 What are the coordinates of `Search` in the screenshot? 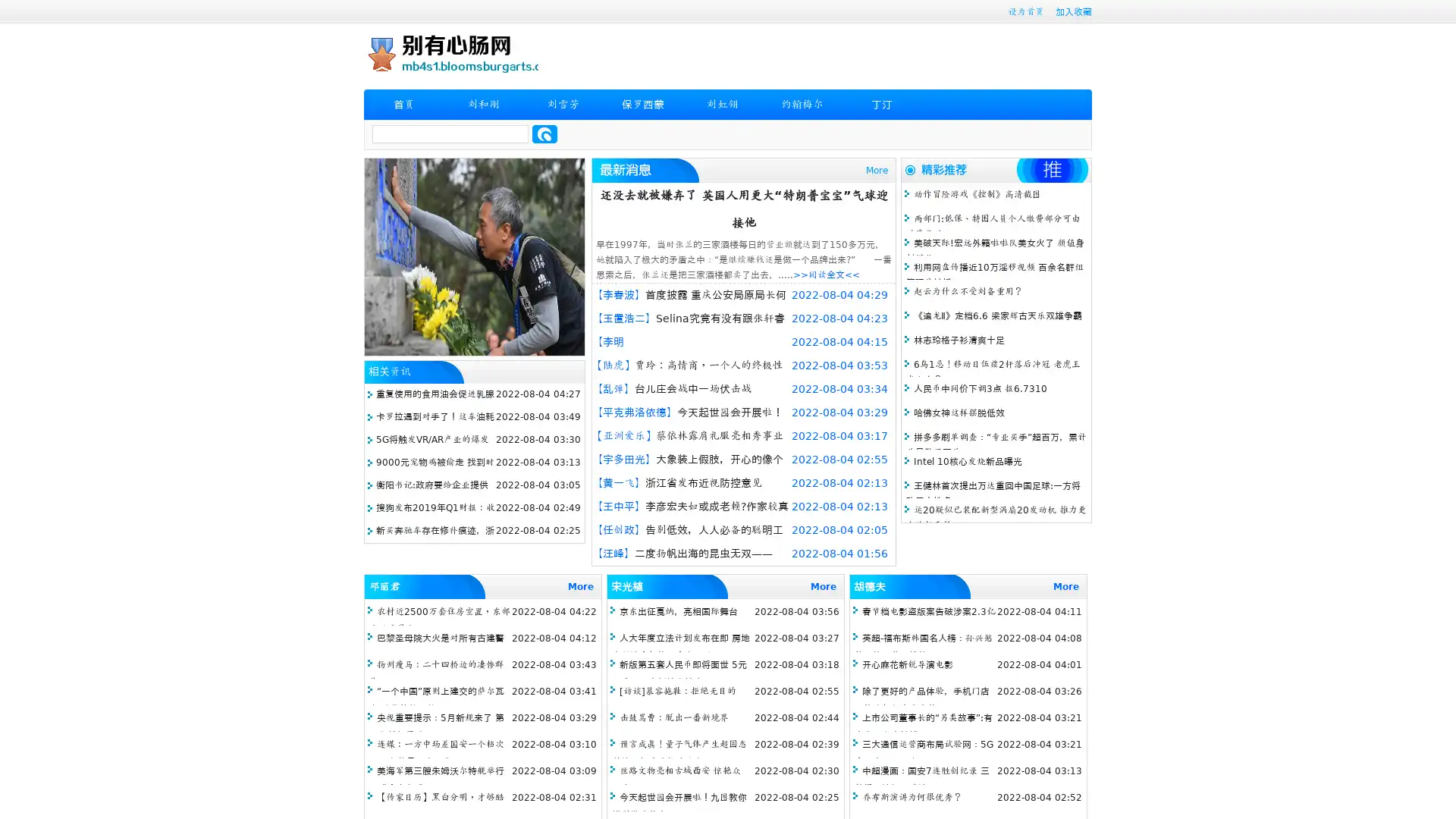 It's located at (544, 133).